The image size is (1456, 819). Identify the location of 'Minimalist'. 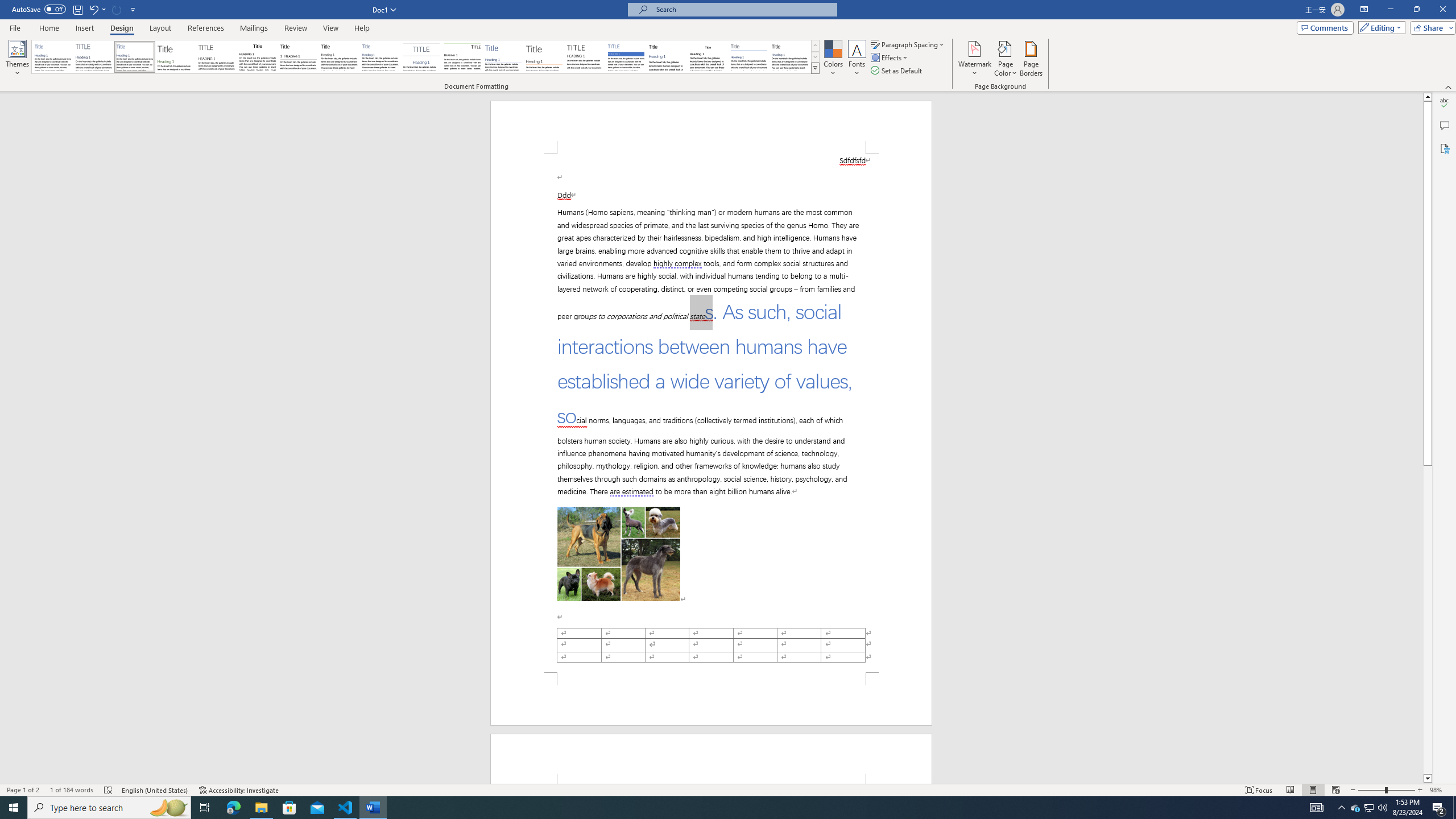
(585, 56).